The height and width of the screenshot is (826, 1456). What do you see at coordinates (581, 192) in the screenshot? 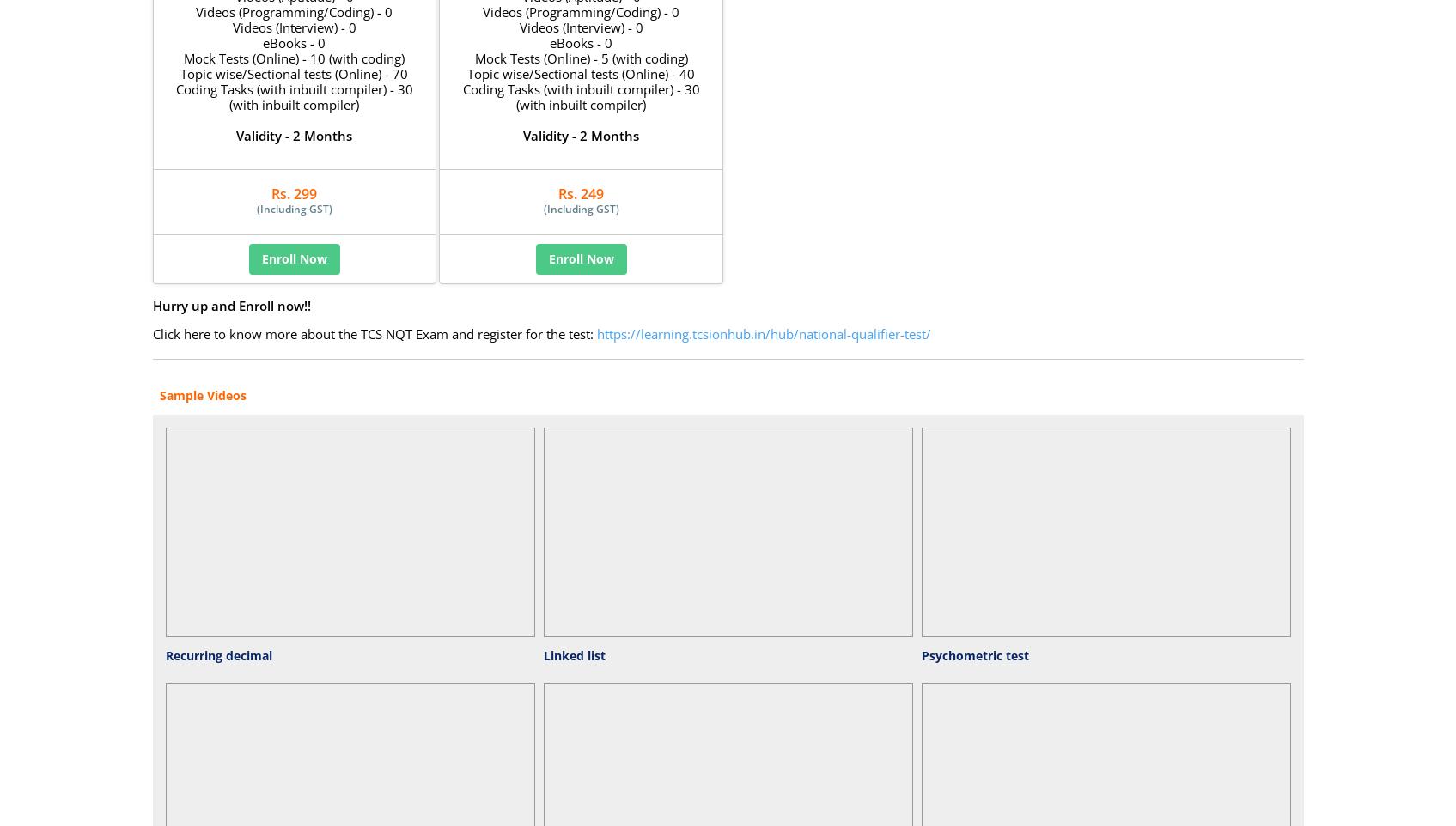
I see `'Rs. 249'` at bounding box center [581, 192].